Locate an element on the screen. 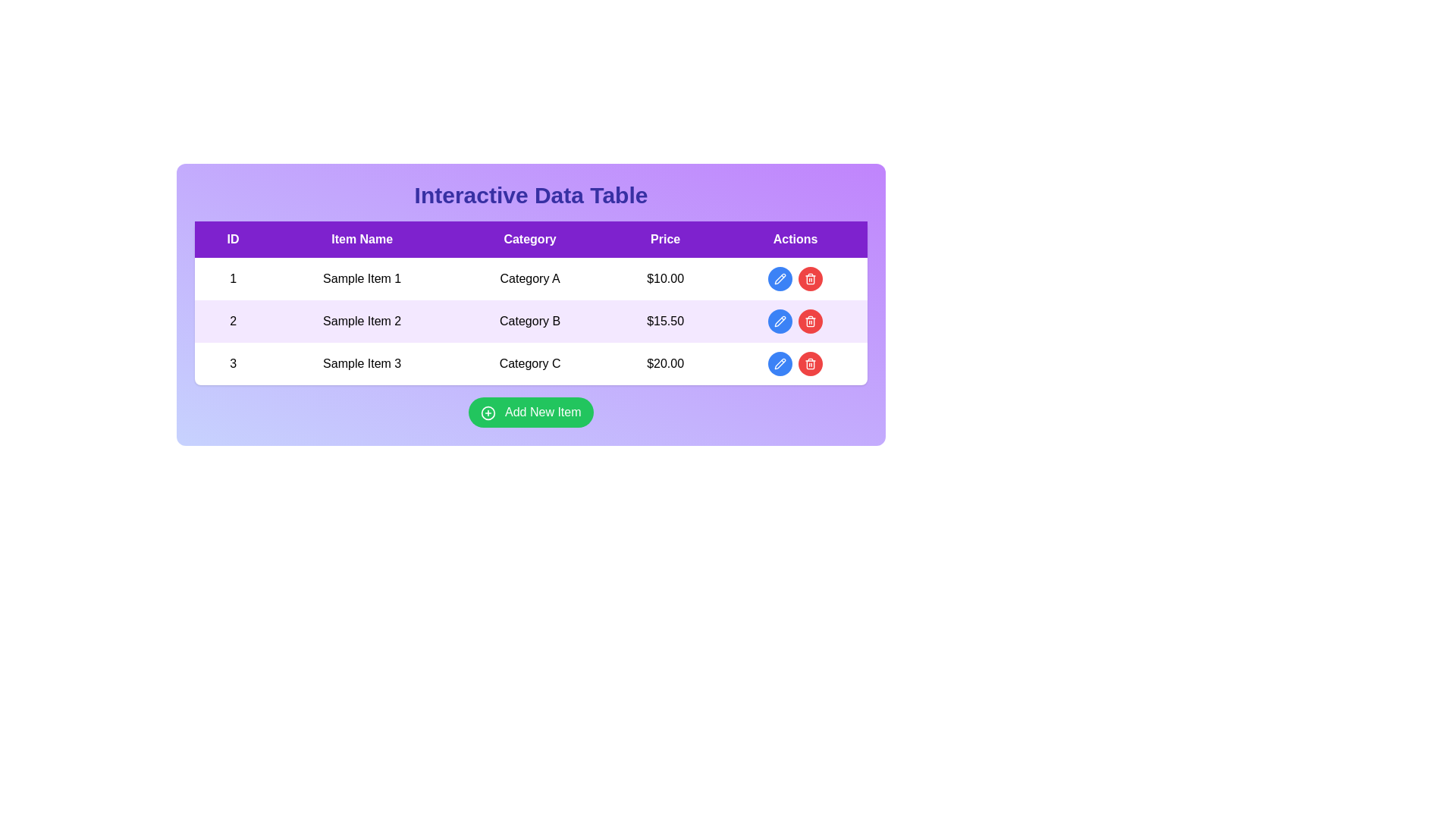 The width and height of the screenshot is (1456, 819). value displayed in the Text Label indicating the price, which shows as '$10.00' in black text on a white background, located in the 'Price' column of the first item in the table is located at coordinates (665, 278).